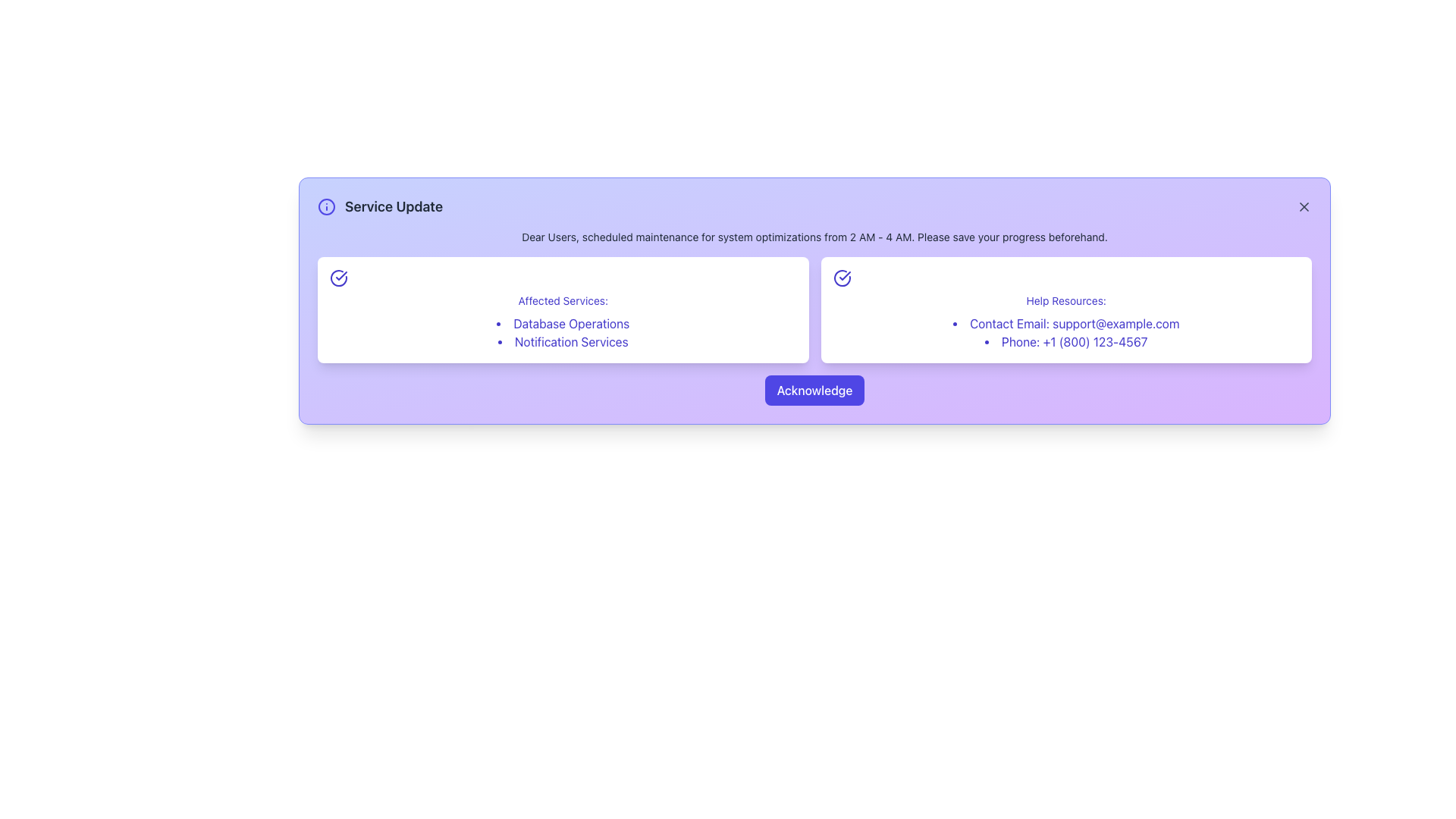  Describe the element at coordinates (1065, 332) in the screenshot. I see `the text block containing contact information located directly below the 'Help Resources:' heading in the right-hand content box` at that location.